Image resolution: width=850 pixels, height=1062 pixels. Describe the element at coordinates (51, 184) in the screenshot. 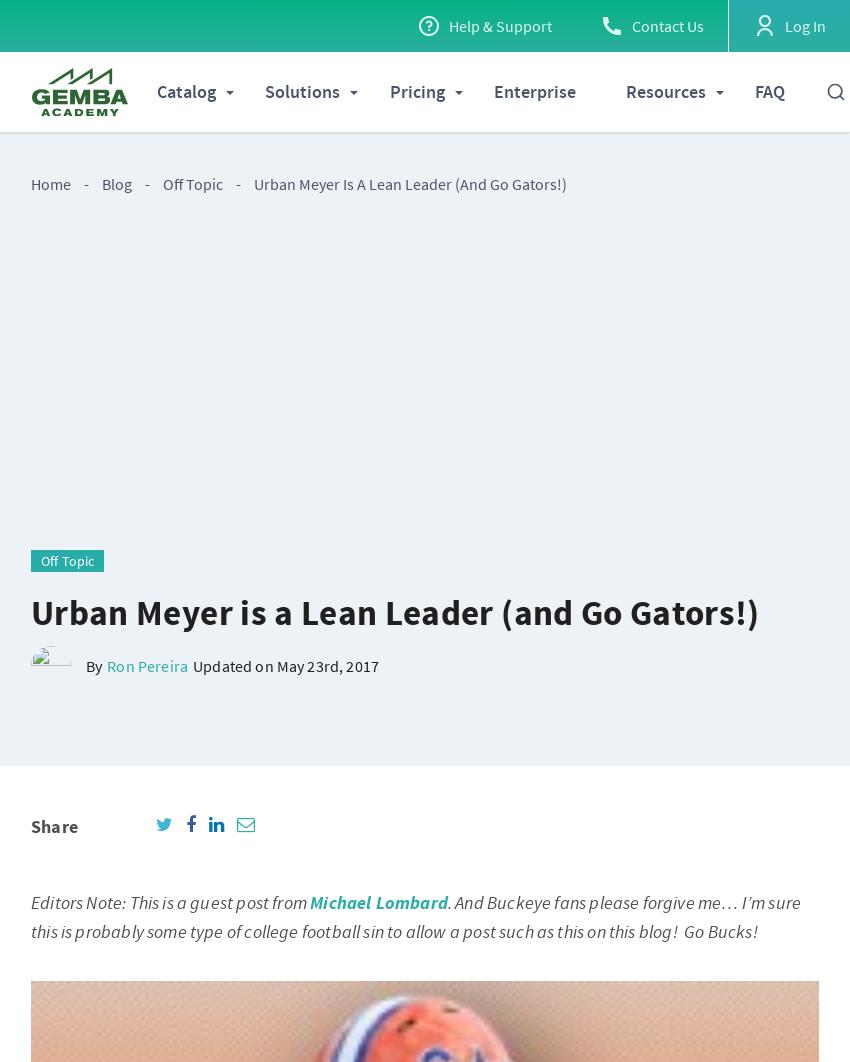

I see `'Home'` at that location.